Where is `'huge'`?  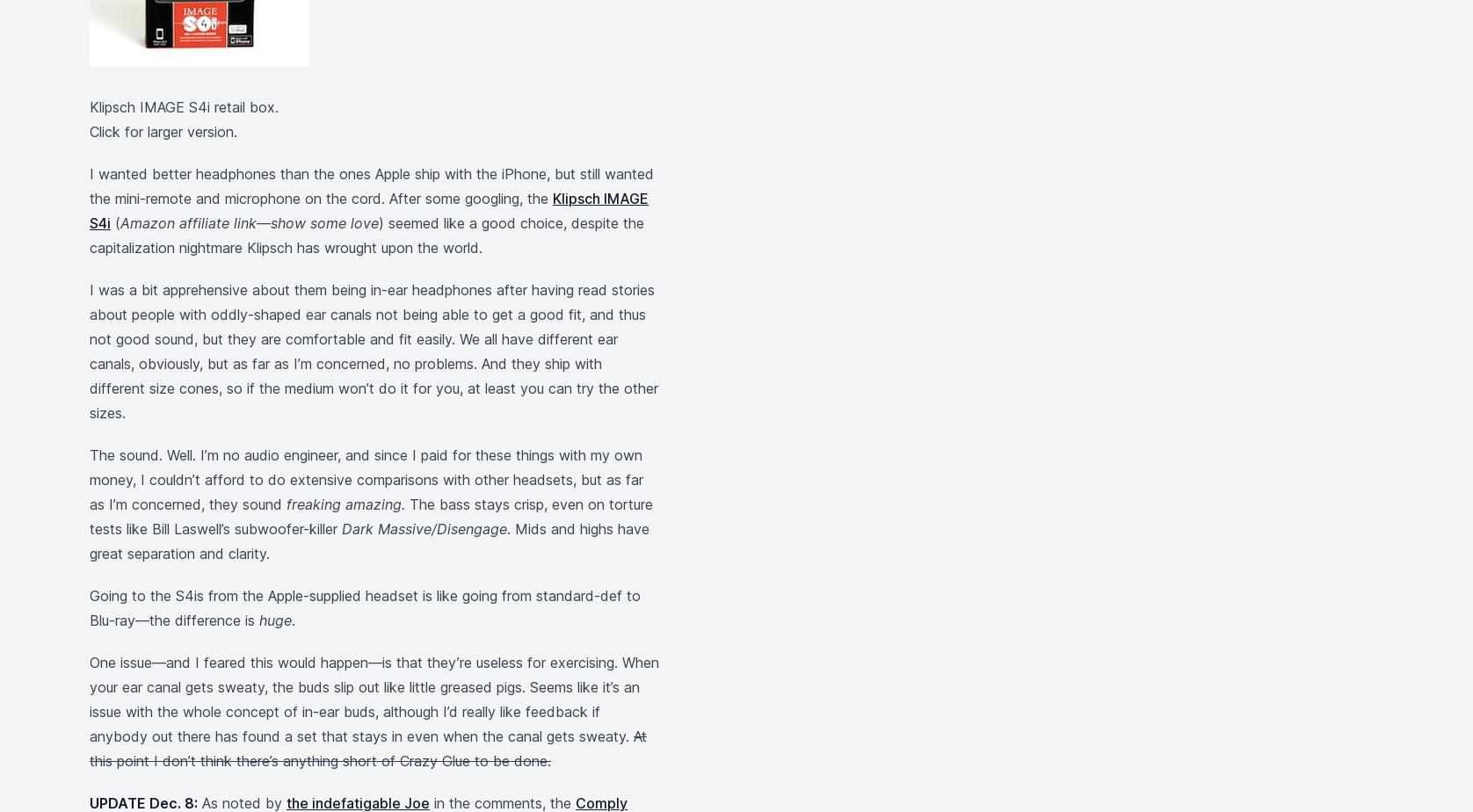 'huge' is located at coordinates (274, 620).